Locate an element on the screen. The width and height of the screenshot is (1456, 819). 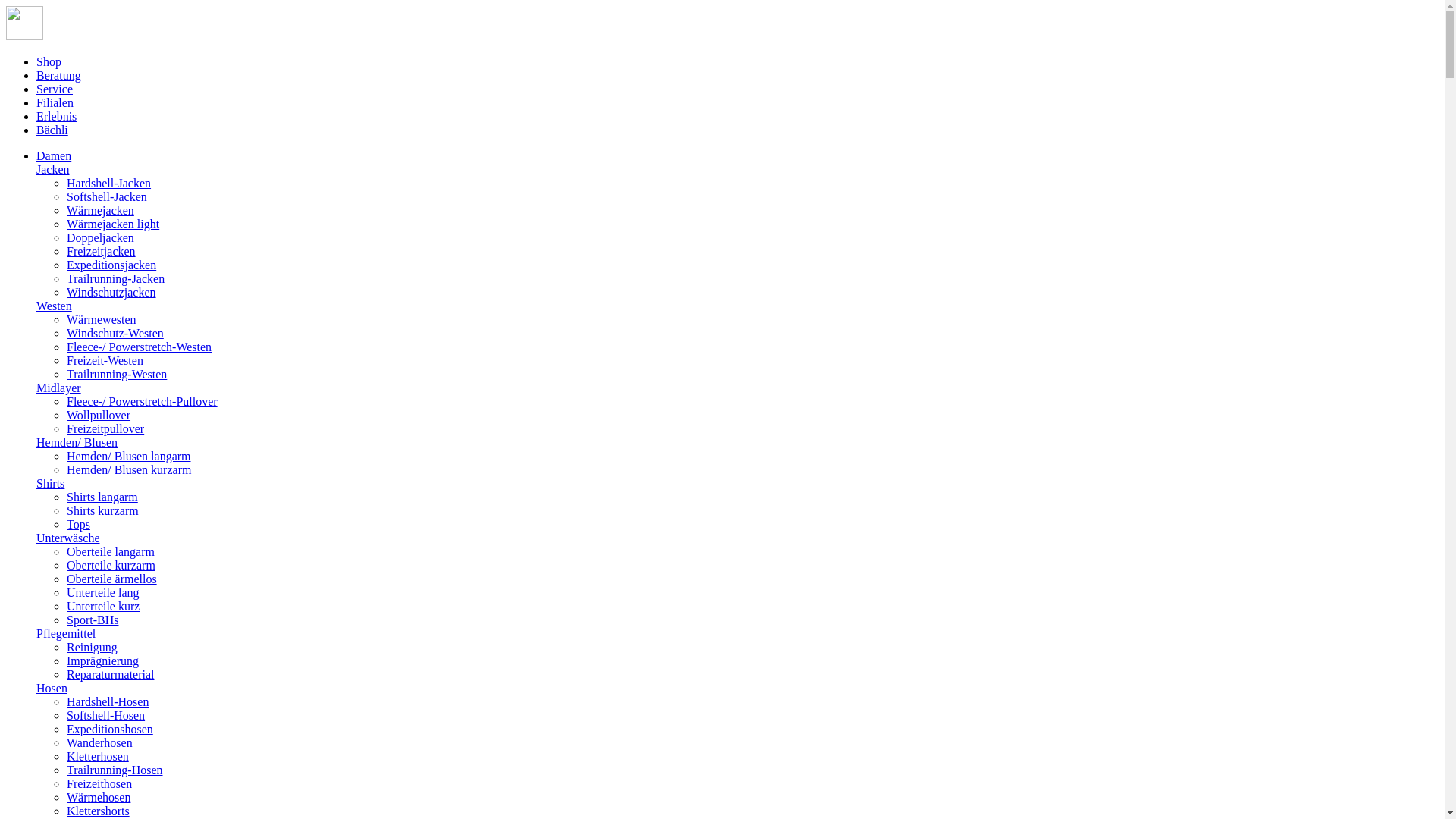
'Freizeit-Westen' is located at coordinates (104, 360).